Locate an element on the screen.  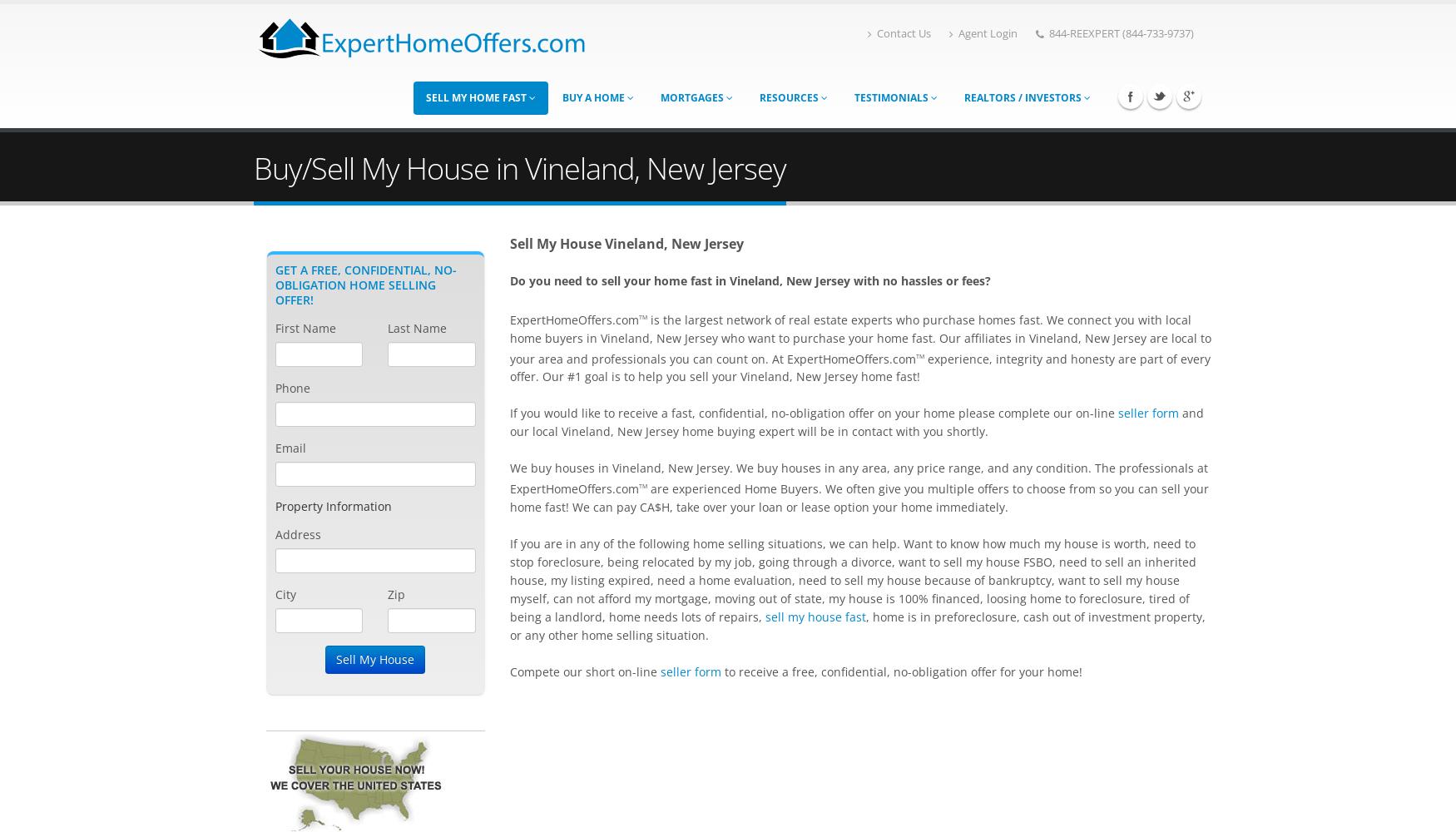
'ExpertHomeOffers.com' is located at coordinates (573, 319).